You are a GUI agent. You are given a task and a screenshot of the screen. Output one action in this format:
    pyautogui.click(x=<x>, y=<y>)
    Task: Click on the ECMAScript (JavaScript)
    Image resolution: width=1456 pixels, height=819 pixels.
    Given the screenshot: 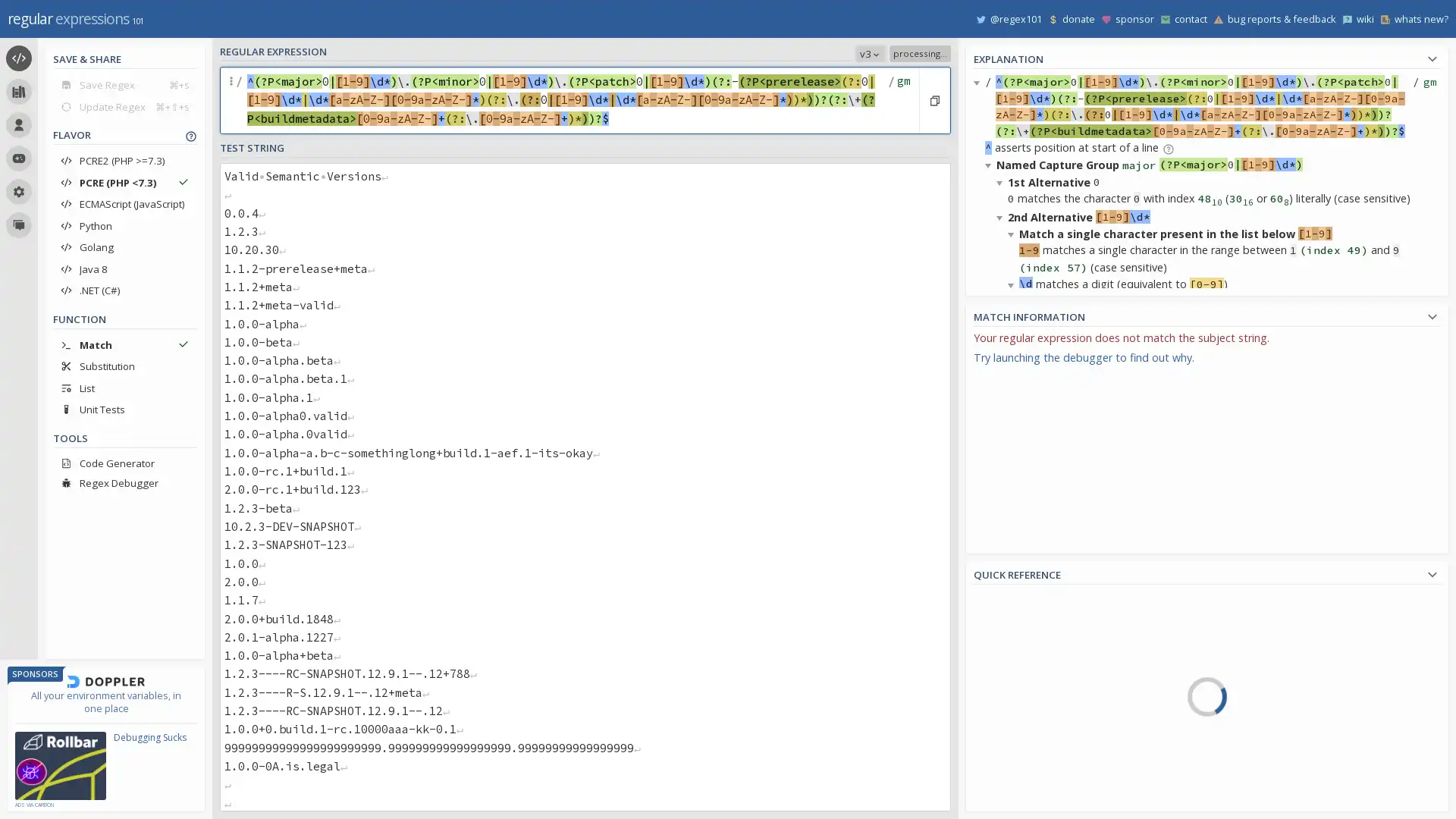 What is the action you would take?
    pyautogui.click(x=124, y=203)
    